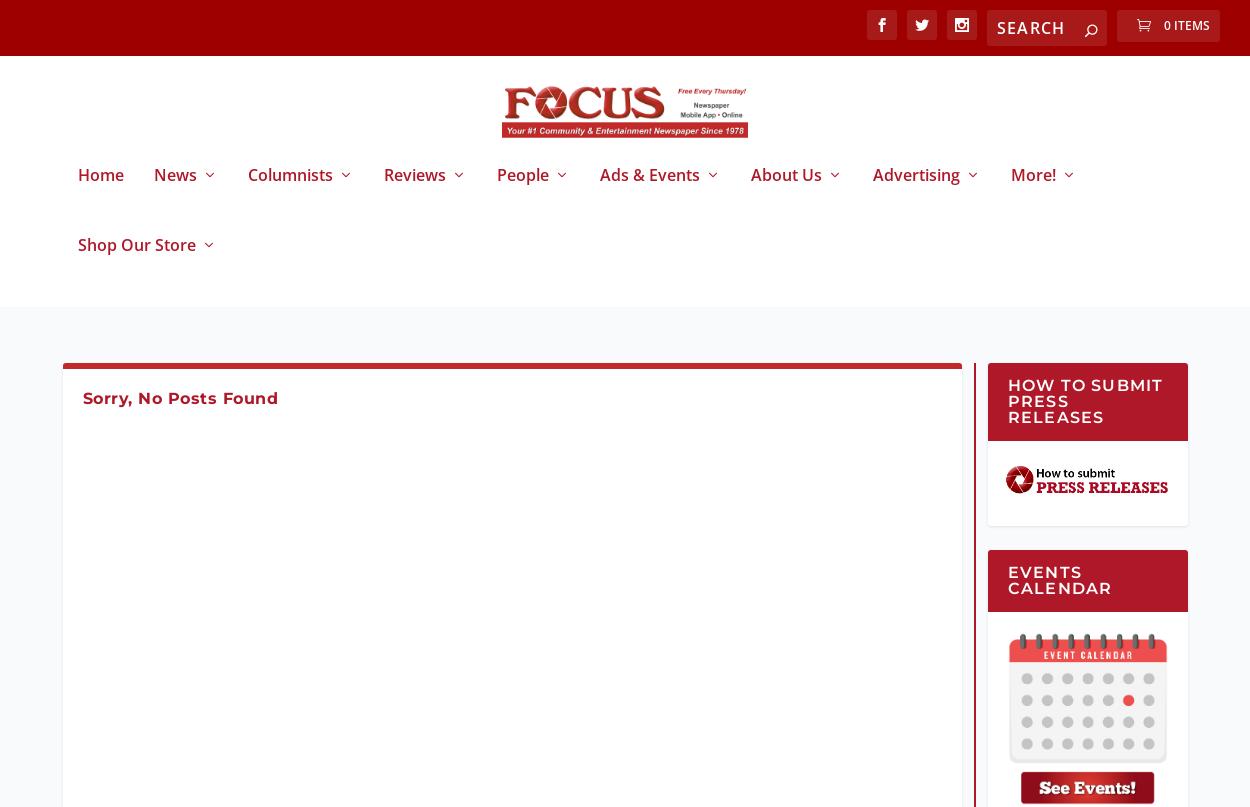 The width and height of the screenshot is (1250, 807). I want to click on 'Advertising', so click(915, 191).